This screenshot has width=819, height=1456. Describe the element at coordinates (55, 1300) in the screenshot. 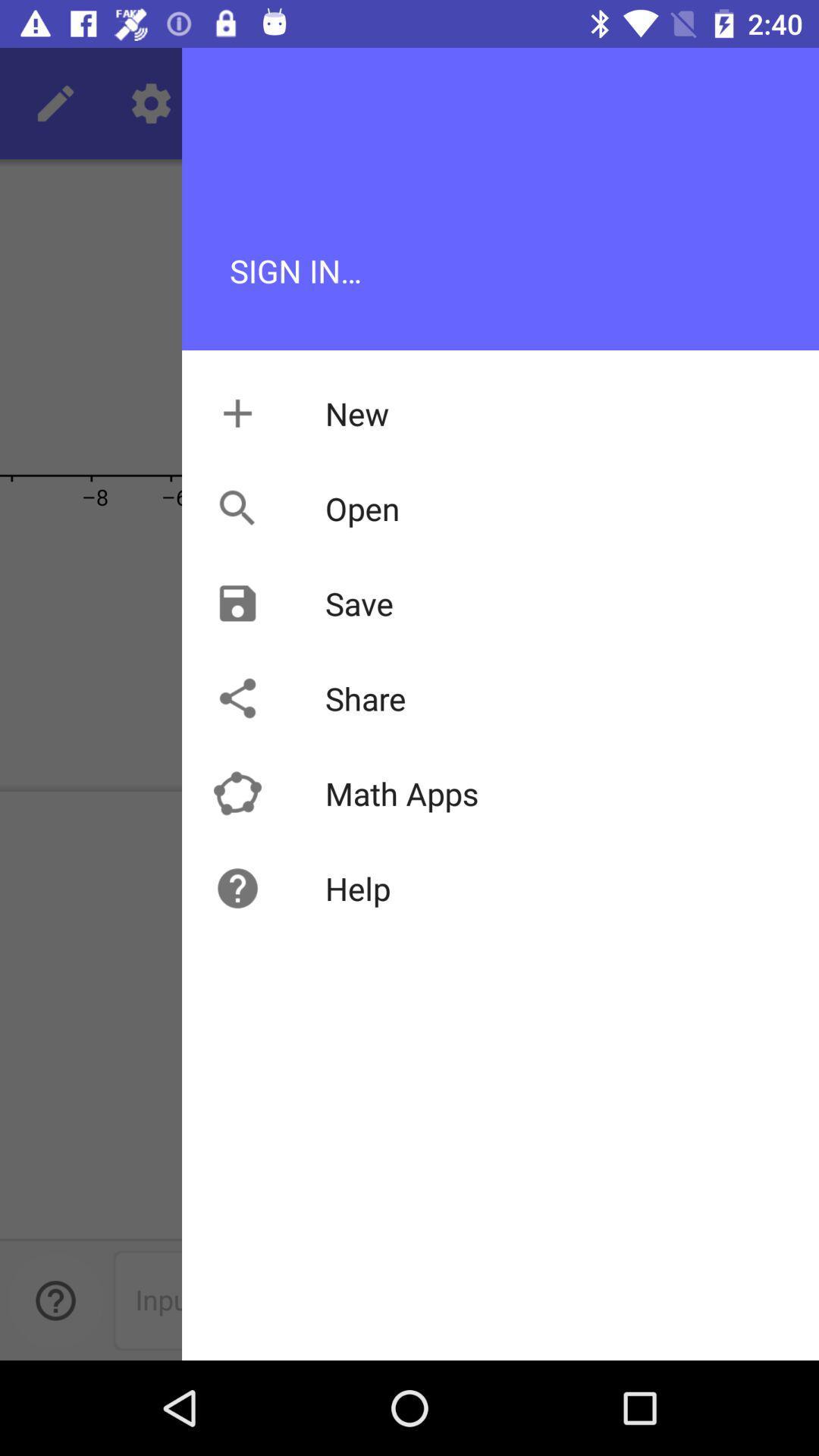

I see `the help icon` at that location.